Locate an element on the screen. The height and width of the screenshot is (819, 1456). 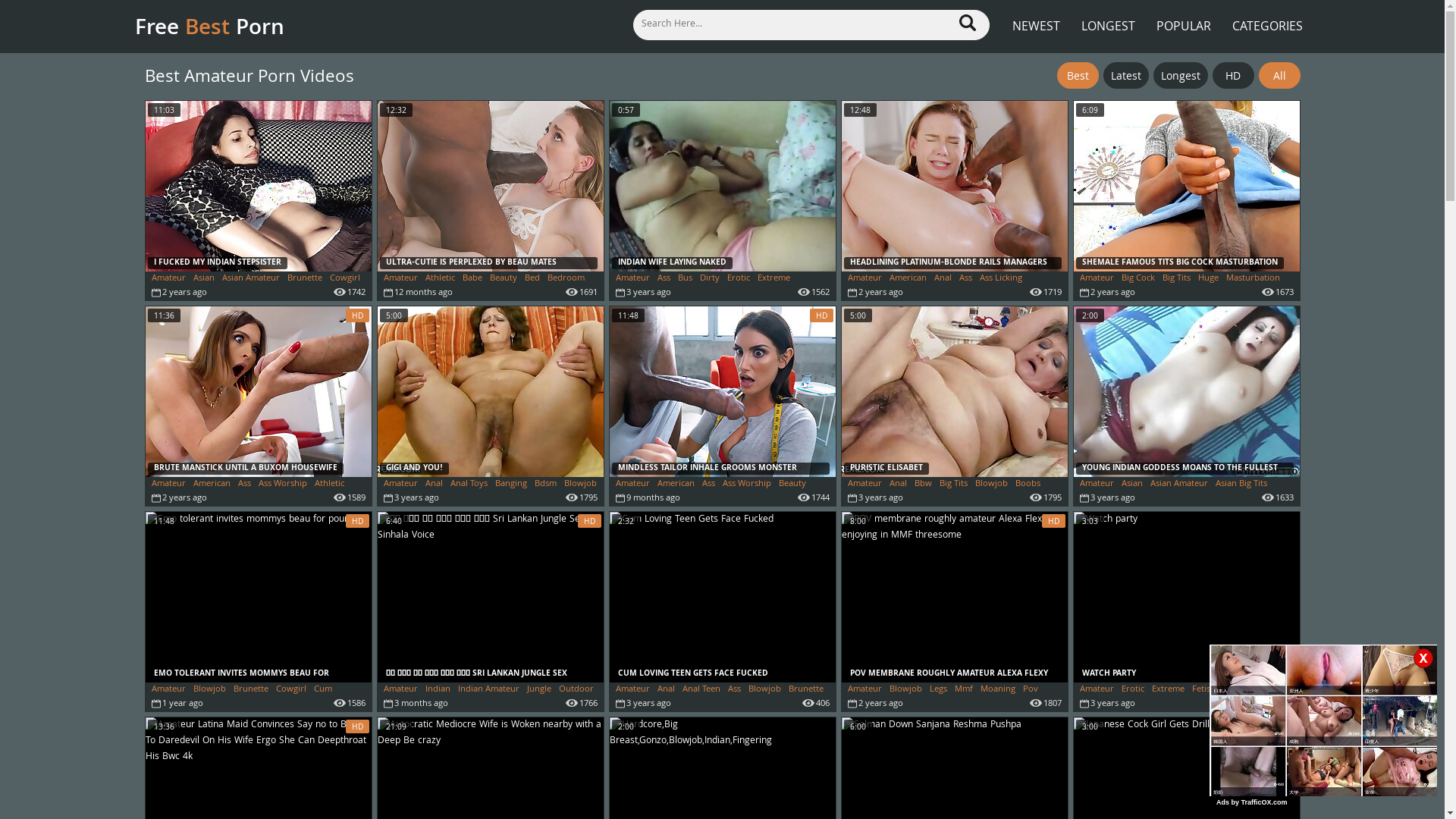
'BRUTE MANSTICK UNTIL A BUXOM HOUSEWIFE' is located at coordinates (146, 391).